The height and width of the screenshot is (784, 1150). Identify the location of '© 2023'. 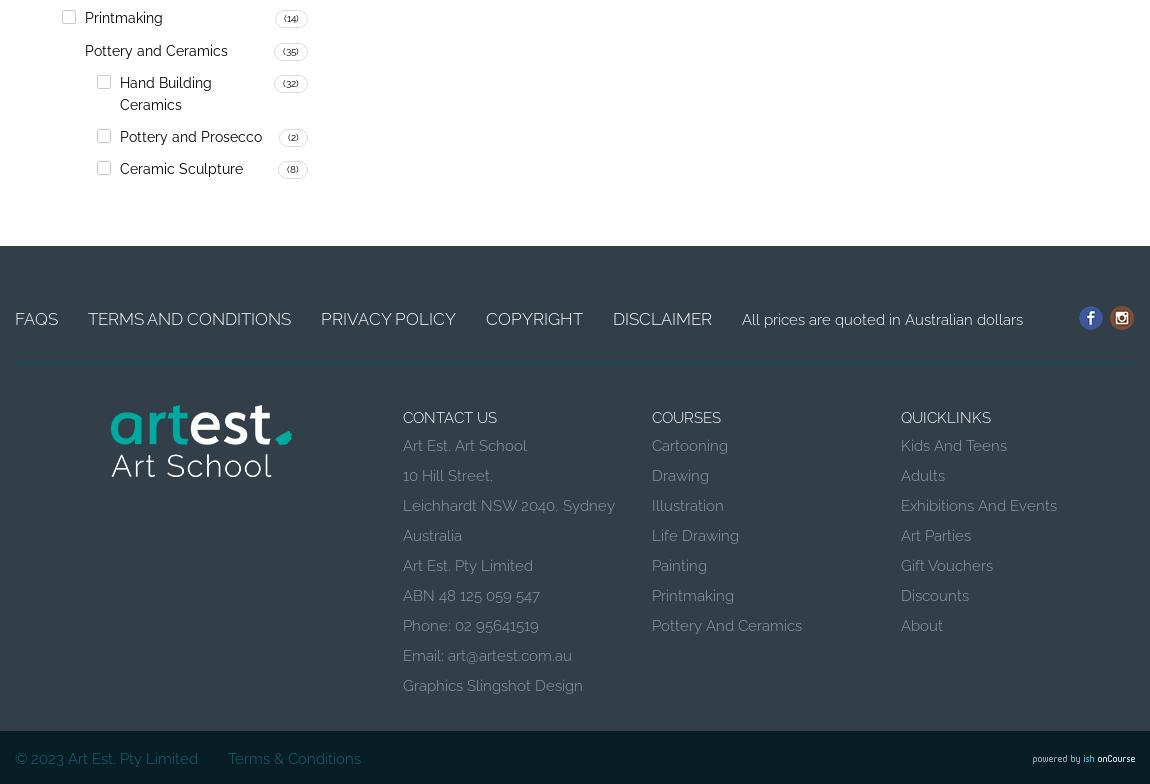
(13, 758).